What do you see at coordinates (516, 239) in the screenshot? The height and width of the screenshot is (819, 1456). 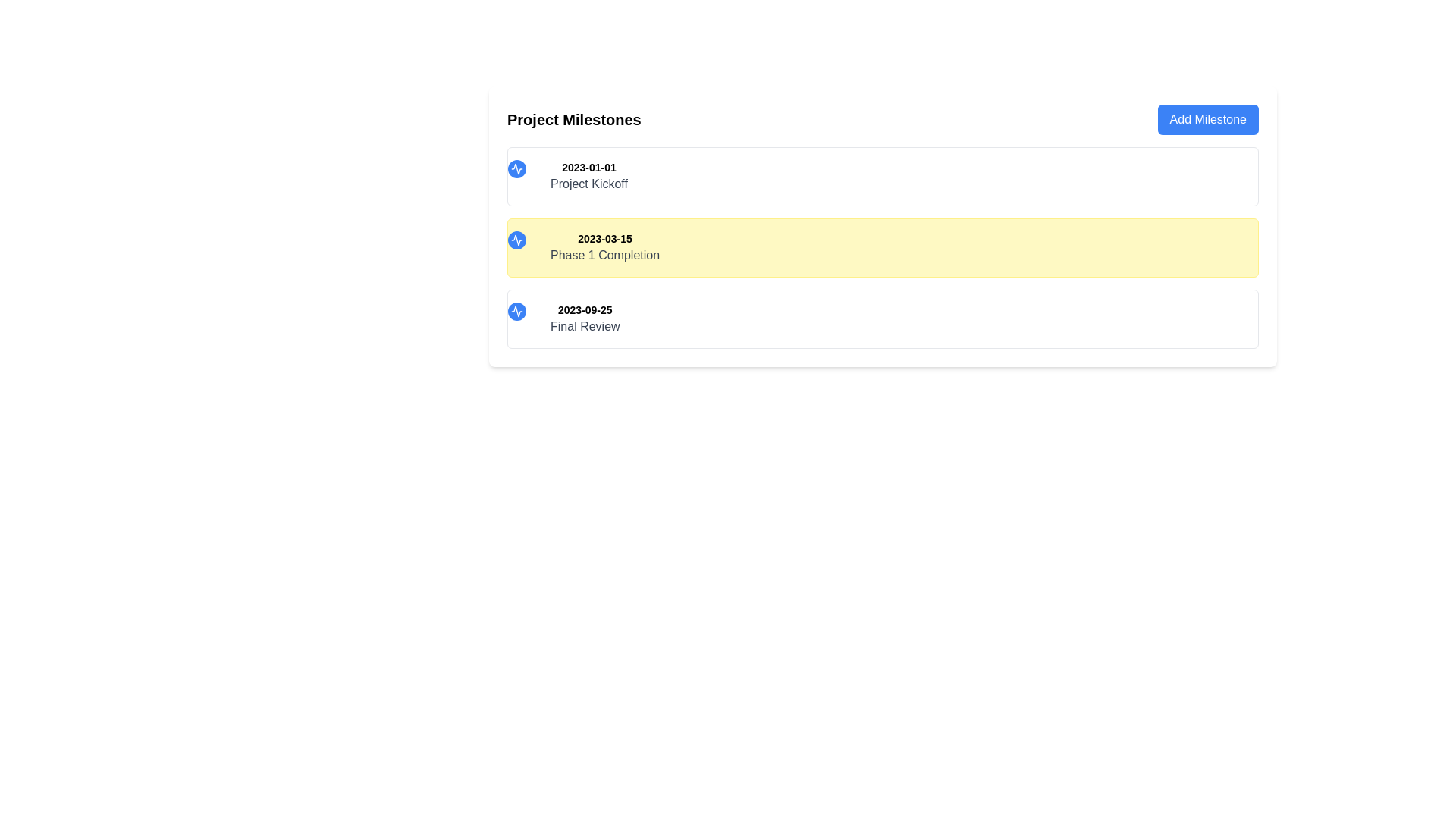 I see `the small graphical icon resembling a waveform, which is encased in a circular blue background with white accents, positioned next to the date '2023-03-15' in the structured list layout` at bounding box center [516, 239].